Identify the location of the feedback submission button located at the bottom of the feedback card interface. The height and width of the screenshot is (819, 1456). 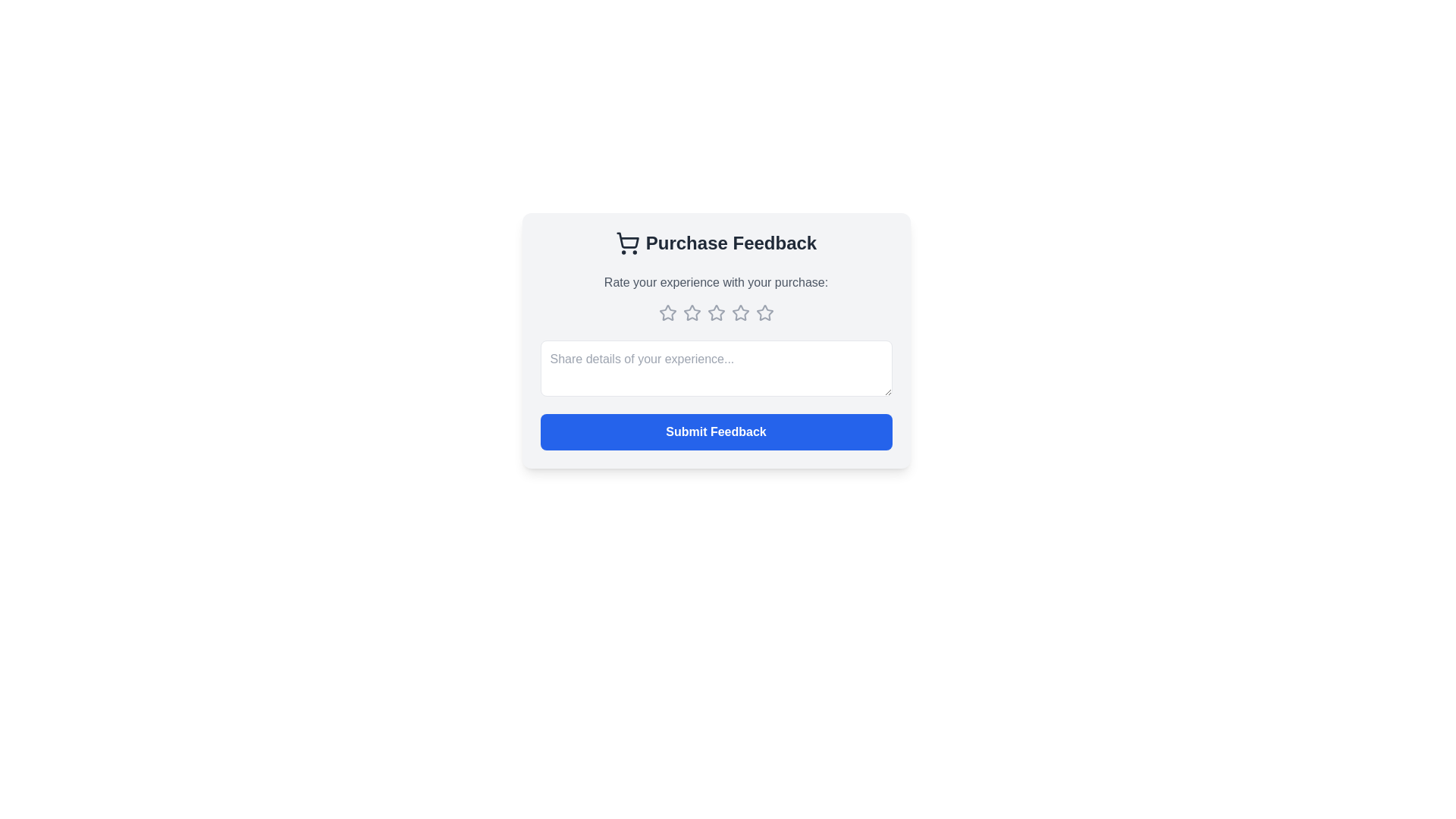
(715, 432).